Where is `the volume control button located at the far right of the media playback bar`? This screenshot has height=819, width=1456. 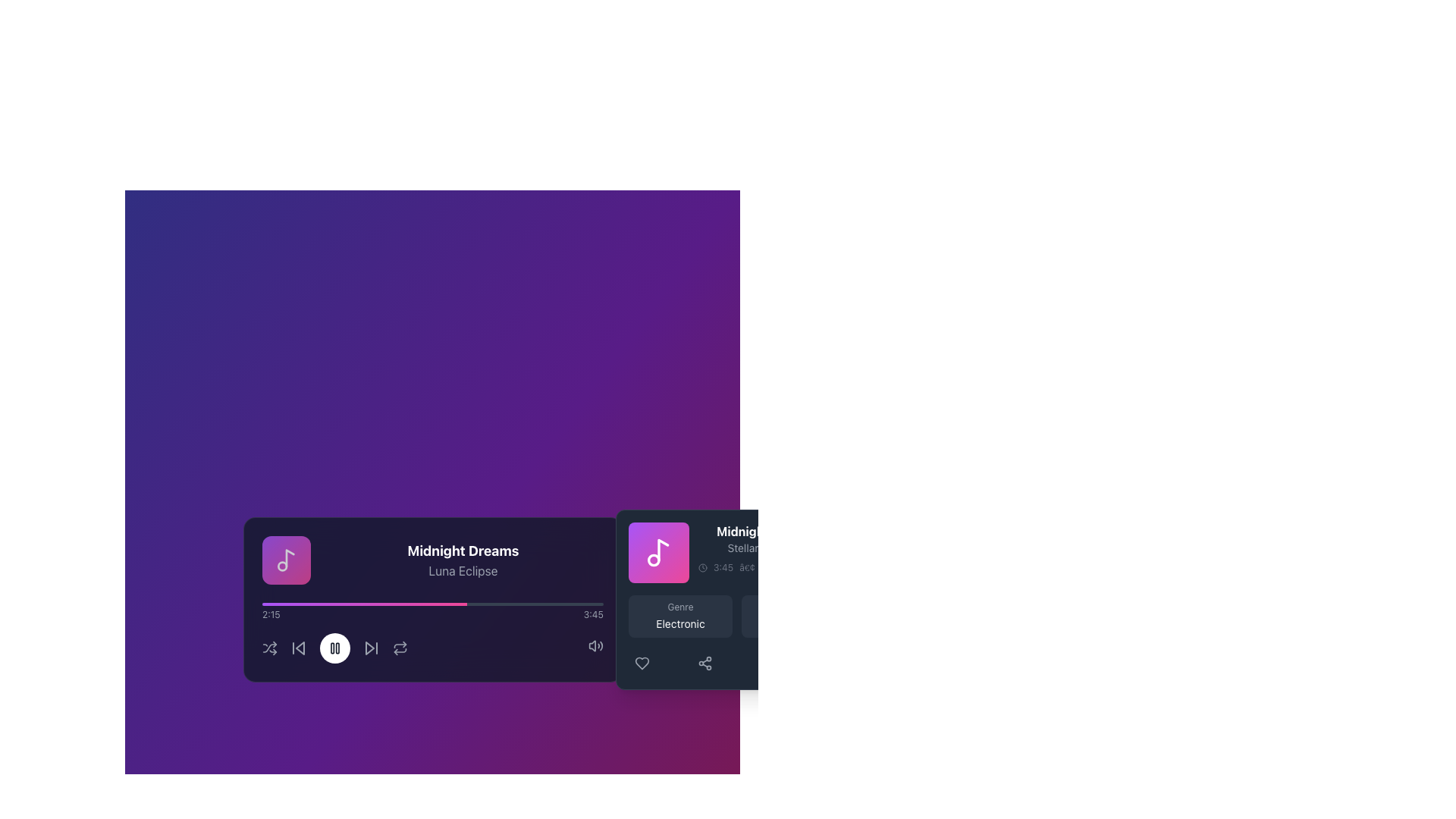 the volume control button located at the far right of the media playback bar is located at coordinates (595, 648).